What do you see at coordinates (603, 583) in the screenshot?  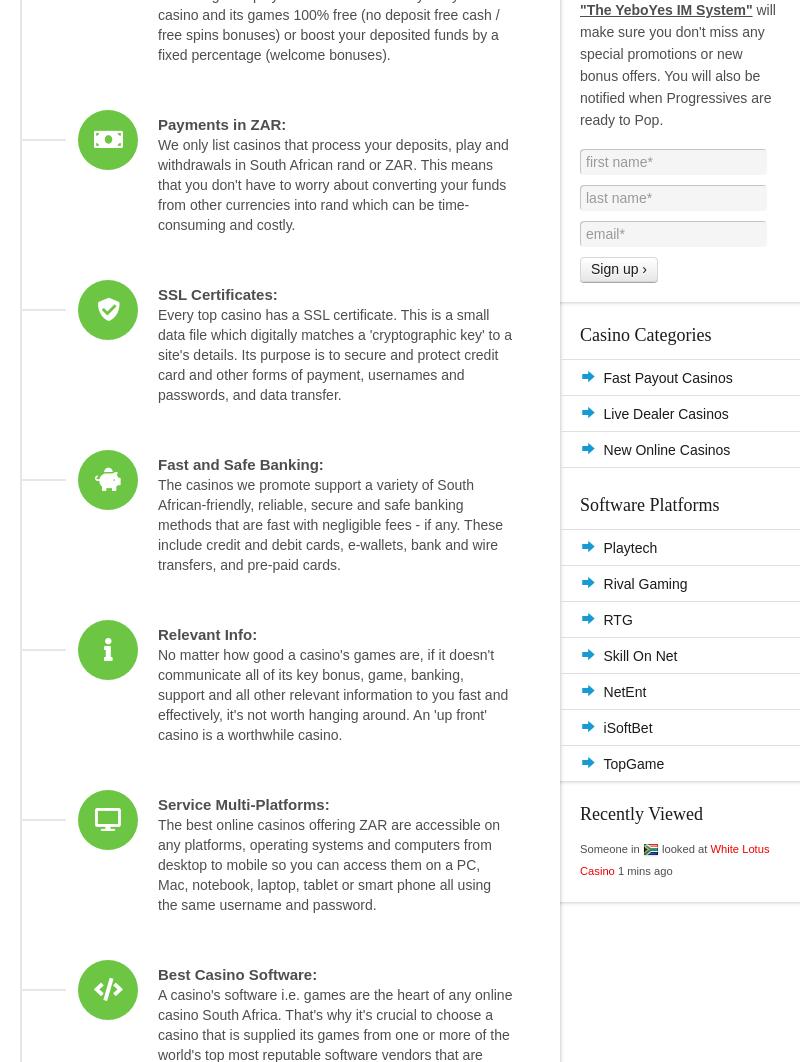 I see `'Rival Gaming'` at bounding box center [603, 583].